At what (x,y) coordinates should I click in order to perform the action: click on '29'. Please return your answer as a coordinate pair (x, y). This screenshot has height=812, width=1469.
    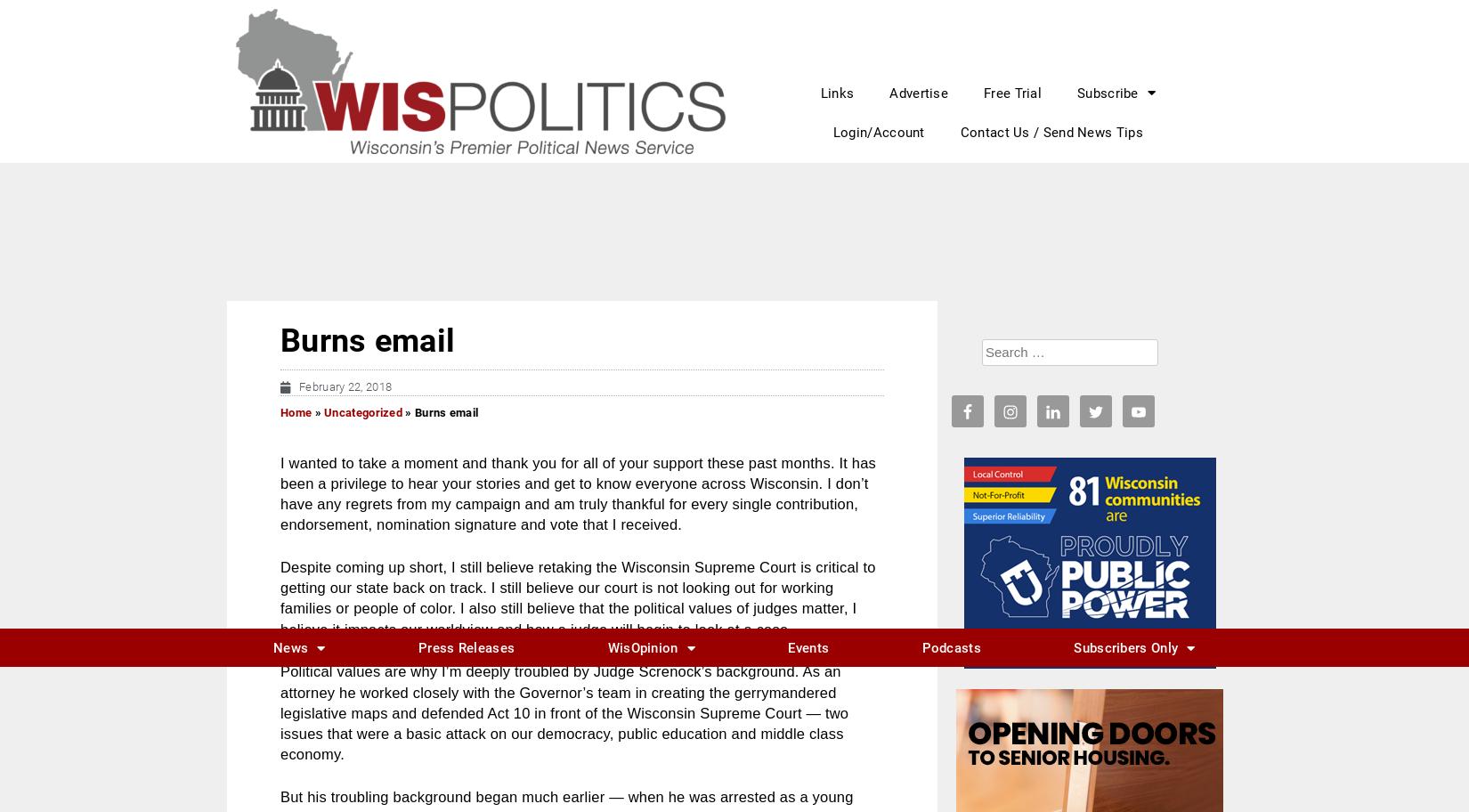
    Looking at the image, I should click on (974, 370).